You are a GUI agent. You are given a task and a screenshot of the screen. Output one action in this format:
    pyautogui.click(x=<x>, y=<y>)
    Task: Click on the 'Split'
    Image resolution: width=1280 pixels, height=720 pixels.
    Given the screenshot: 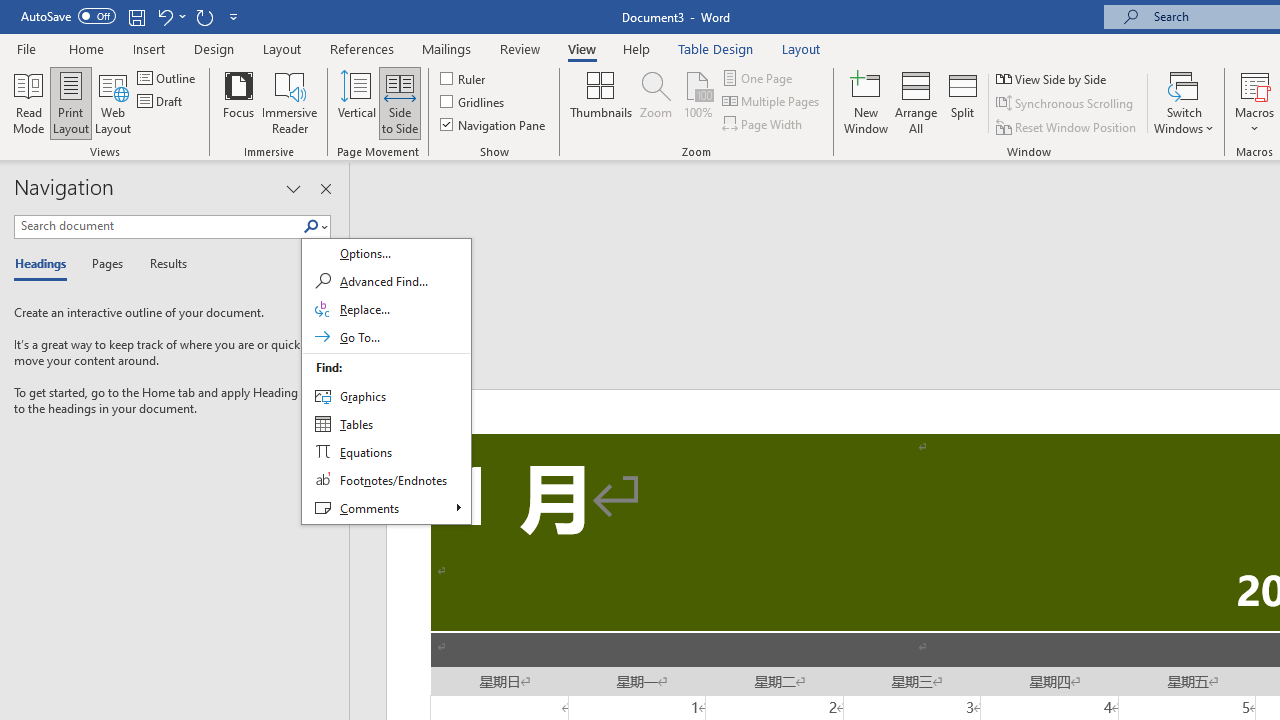 What is the action you would take?
    pyautogui.click(x=963, y=103)
    